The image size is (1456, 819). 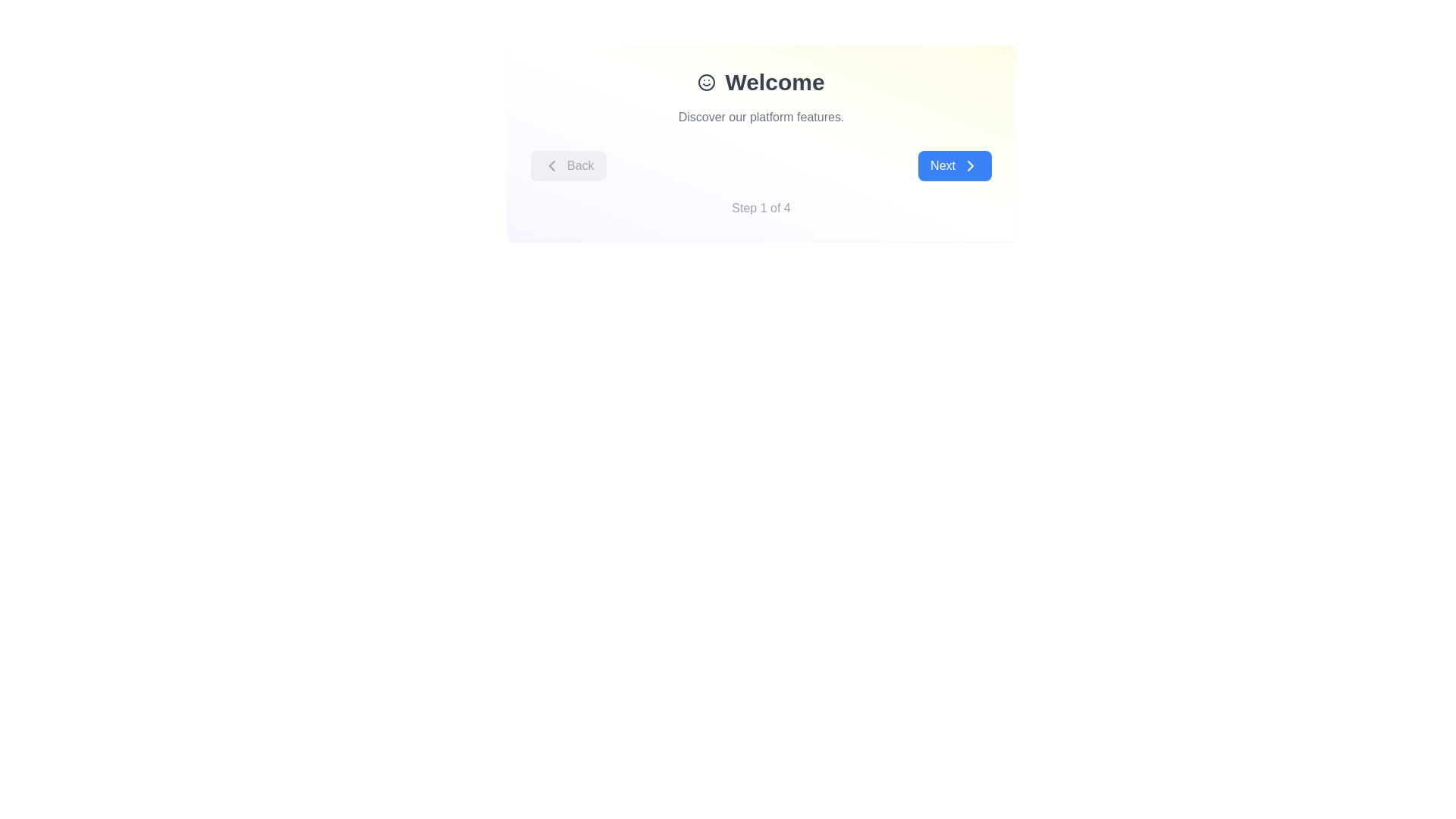 What do you see at coordinates (551, 166) in the screenshot?
I see `the leftward-pointing chevron SVG icon located to the left of the 'Back' text in the upper-left area of the content card` at bounding box center [551, 166].